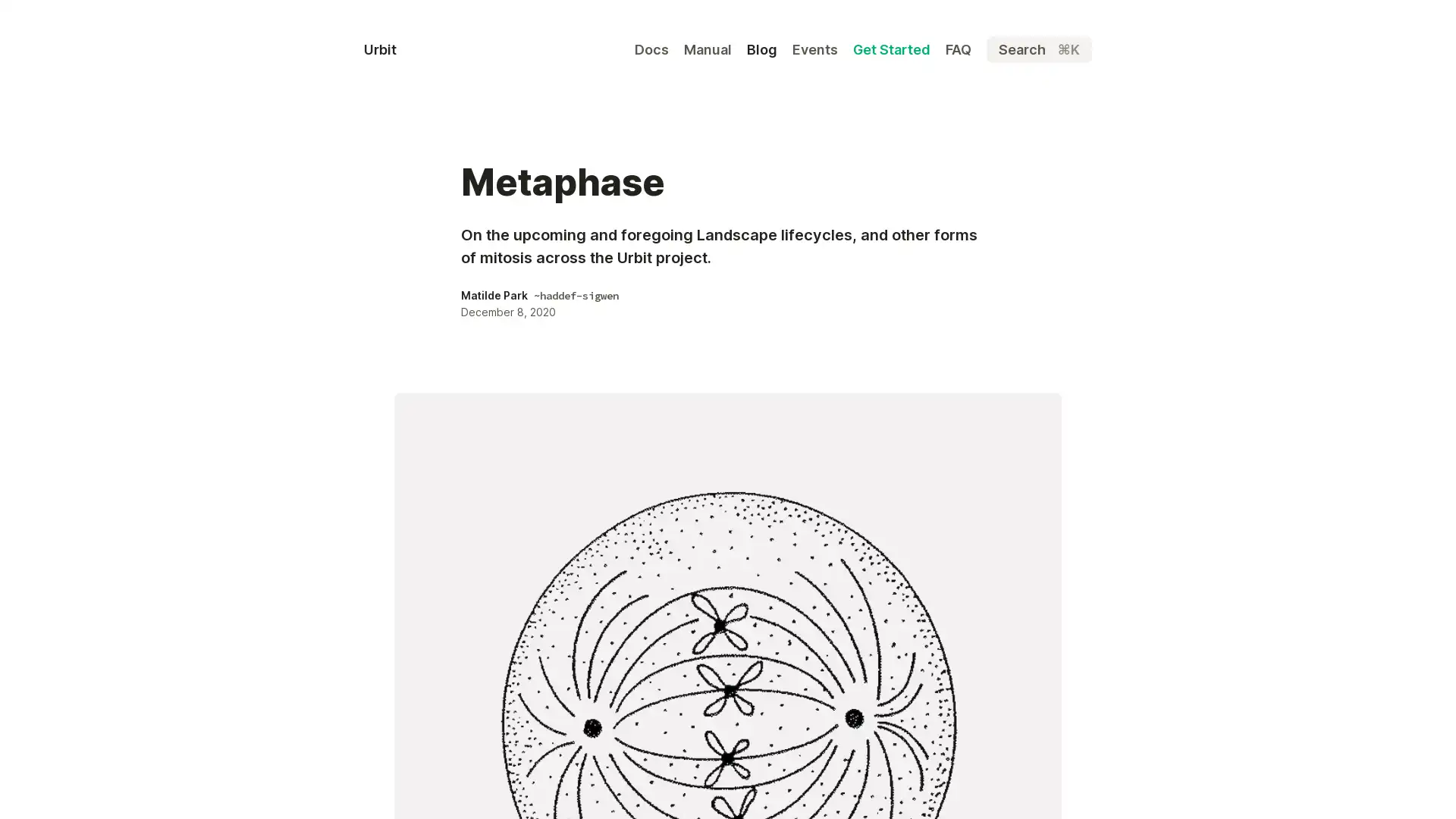 The height and width of the screenshot is (819, 1456). What do you see at coordinates (1038, 49) in the screenshot?
I see `Search K` at bounding box center [1038, 49].